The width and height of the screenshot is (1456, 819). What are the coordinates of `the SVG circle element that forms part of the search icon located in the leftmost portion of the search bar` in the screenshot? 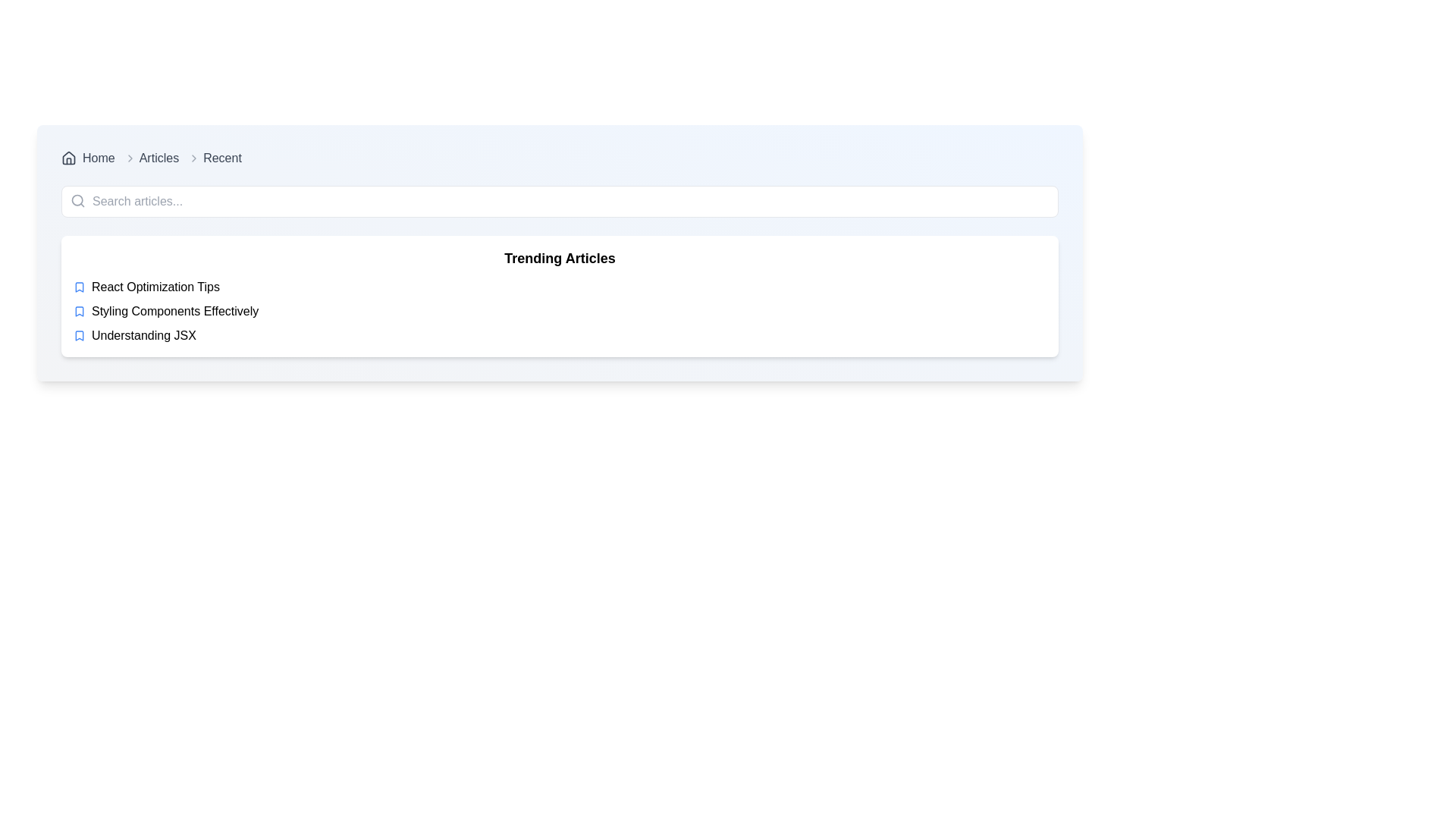 It's located at (77, 199).